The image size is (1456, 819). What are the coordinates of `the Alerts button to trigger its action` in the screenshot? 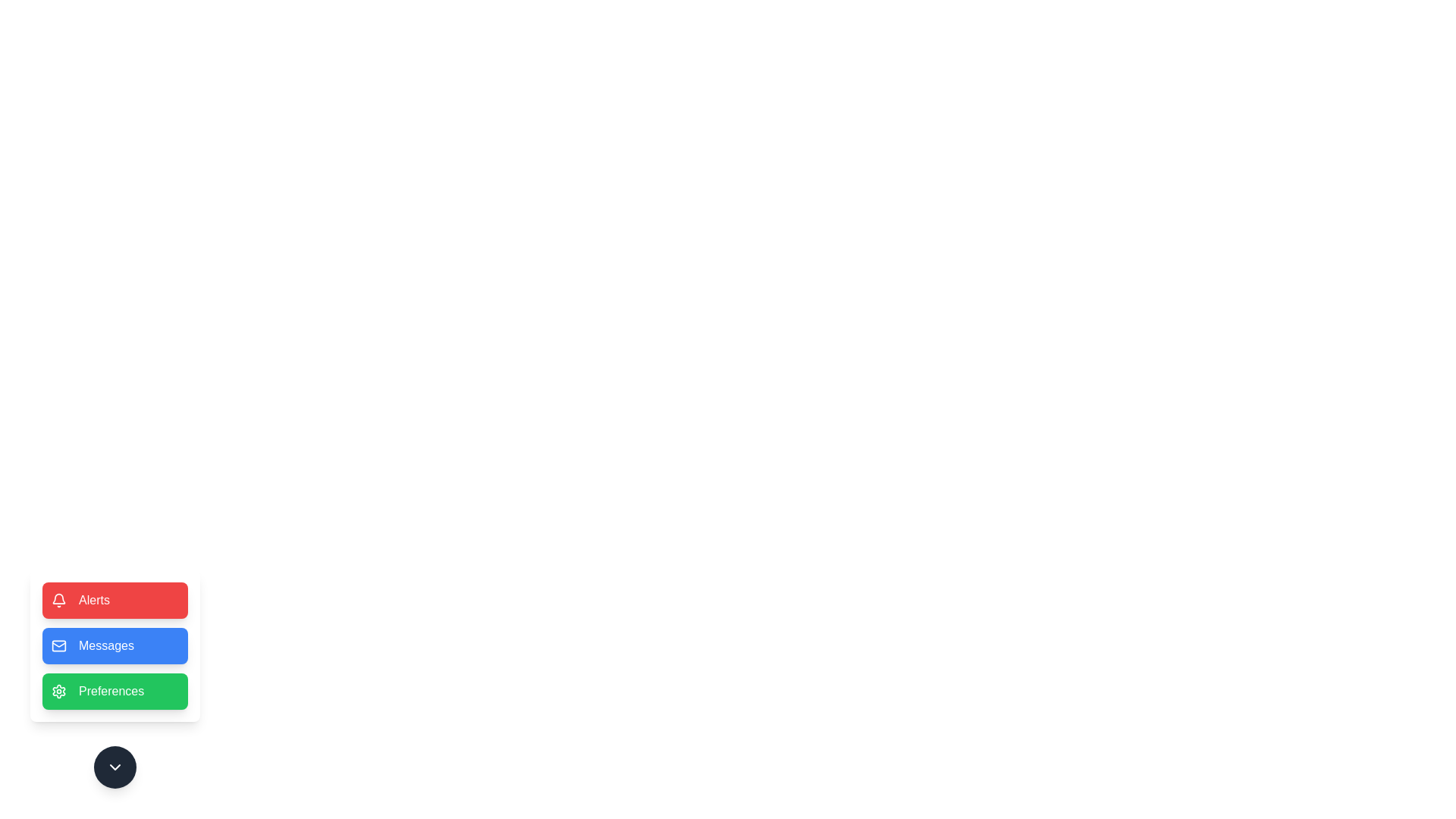 It's located at (115, 599).